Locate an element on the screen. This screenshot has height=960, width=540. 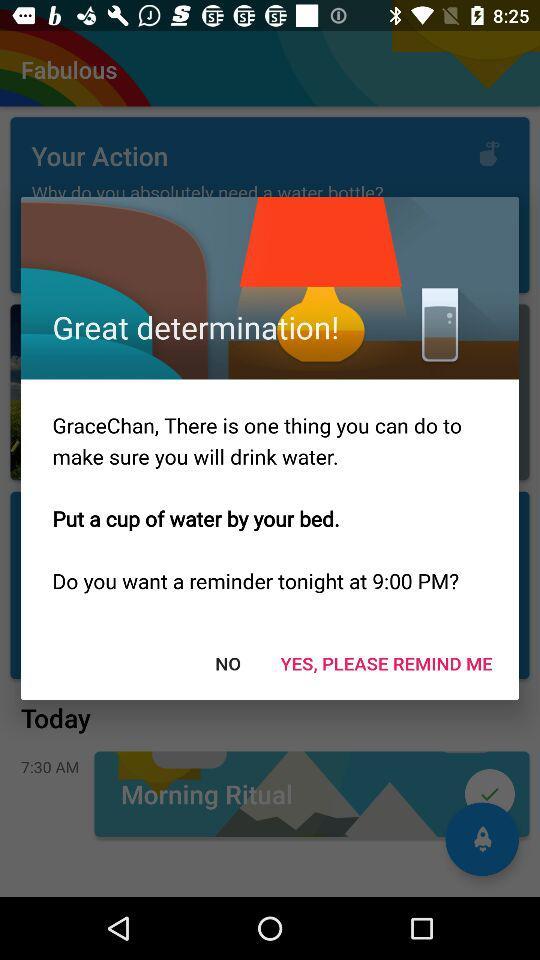
the no icon is located at coordinates (226, 663).